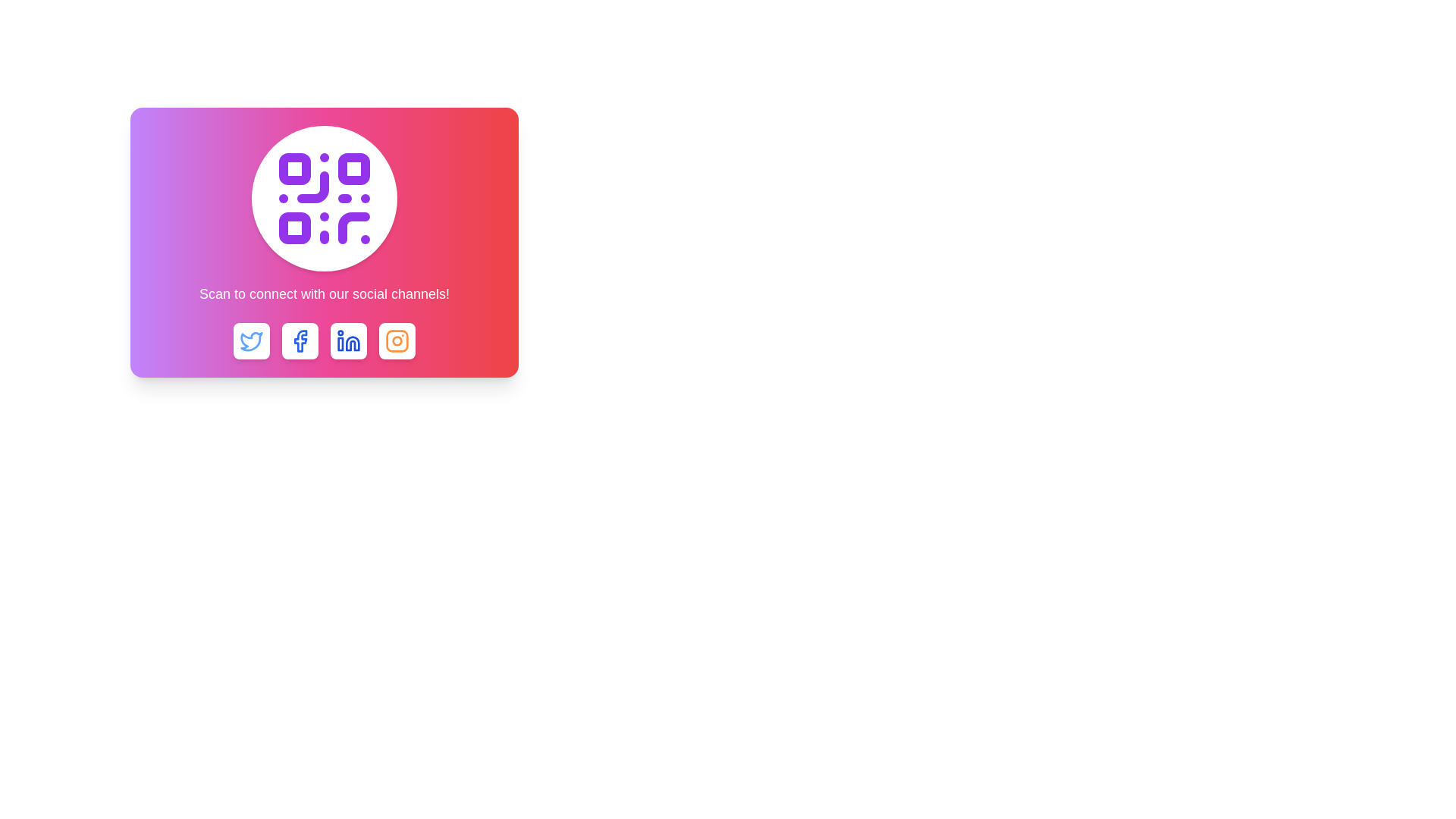  Describe the element at coordinates (300, 341) in the screenshot. I see `the Facebook icon, represented by a stylized blue letter 'F'` at that location.